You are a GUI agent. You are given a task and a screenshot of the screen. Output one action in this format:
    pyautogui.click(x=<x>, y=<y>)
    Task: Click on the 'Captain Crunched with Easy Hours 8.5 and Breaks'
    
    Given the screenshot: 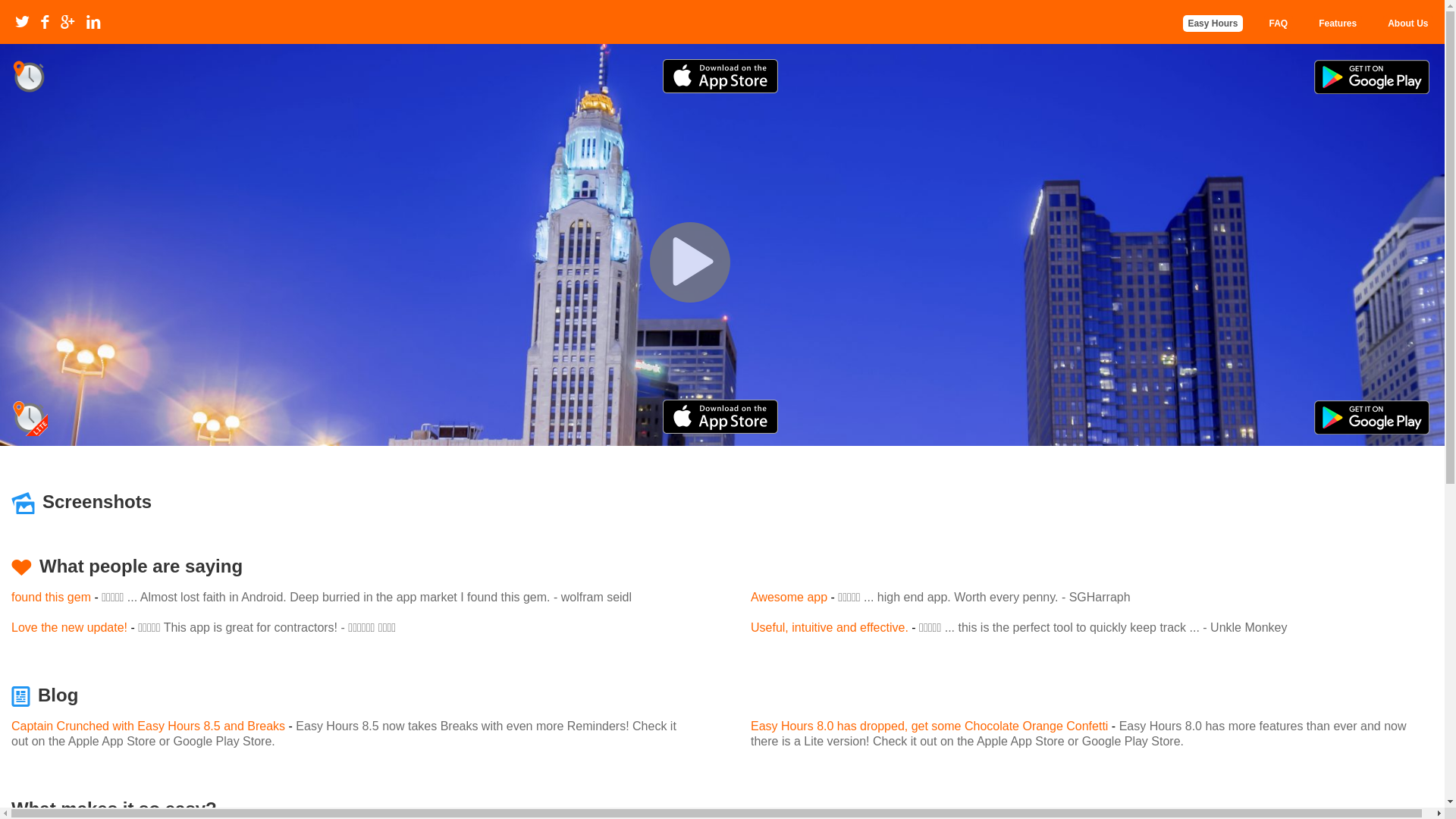 What is the action you would take?
    pyautogui.click(x=11, y=725)
    